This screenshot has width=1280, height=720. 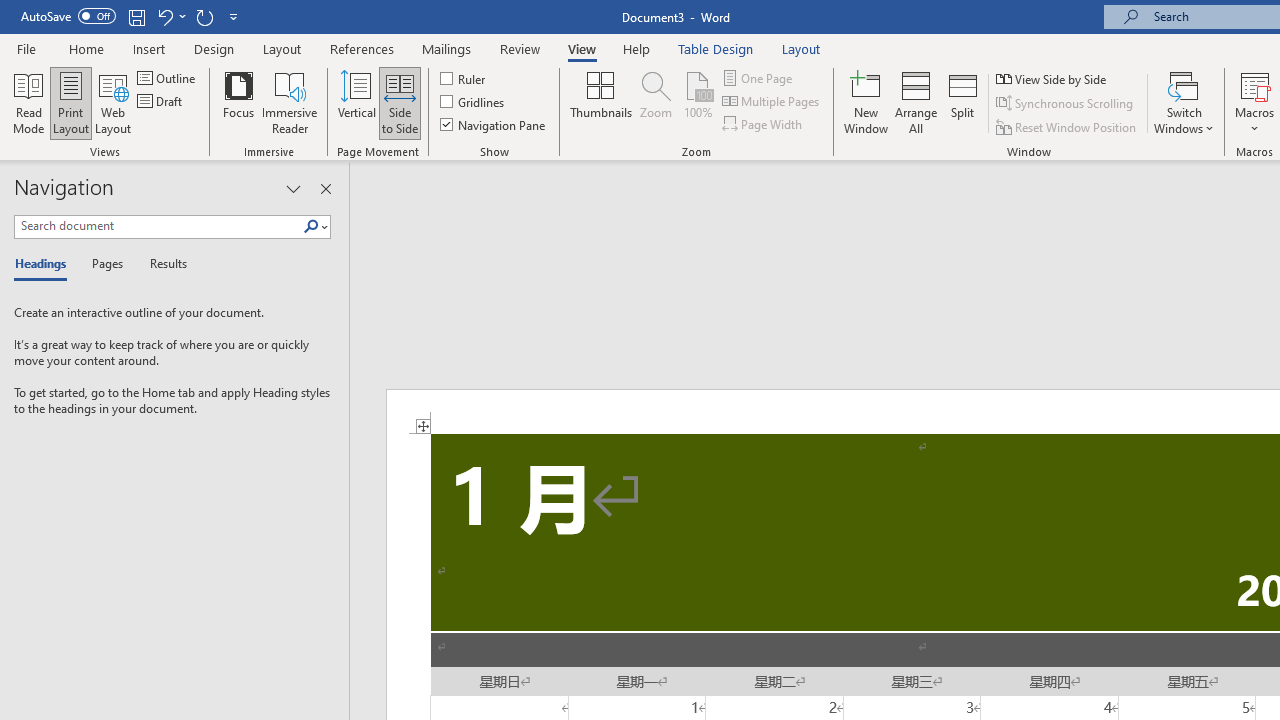 What do you see at coordinates (866, 103) in the screenshot?
I see `'New Window'` at bounding box center [866, 103].